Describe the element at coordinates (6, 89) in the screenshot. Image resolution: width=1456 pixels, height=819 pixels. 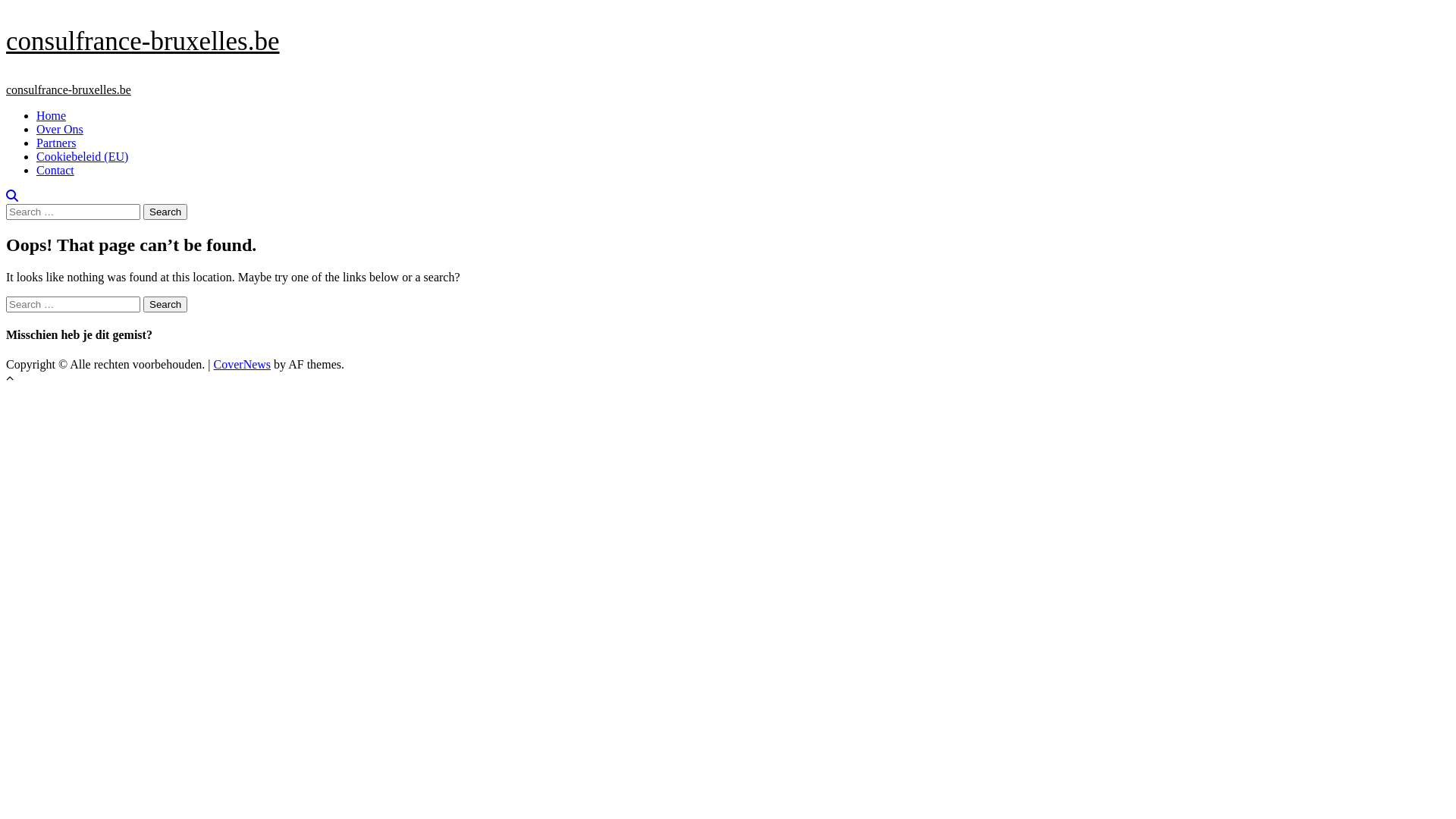
I see `'consulfrance-bruxelles.be'` at that location.